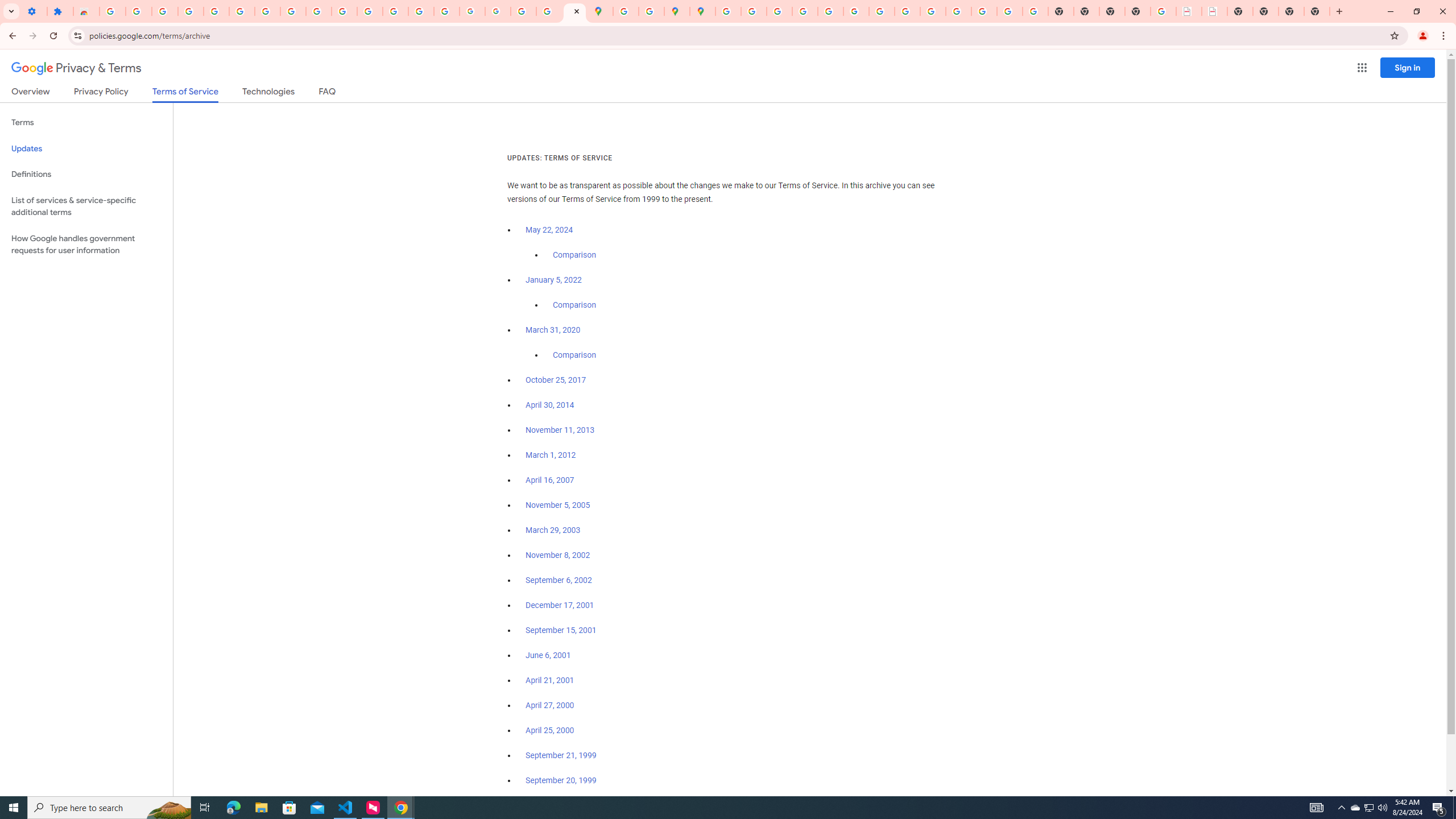 Image resolution: width=1456 pixels, height=819 pixels. I want to click on 'Delete photos & videos - Computer - Google Photos Help', so click(164, 11).